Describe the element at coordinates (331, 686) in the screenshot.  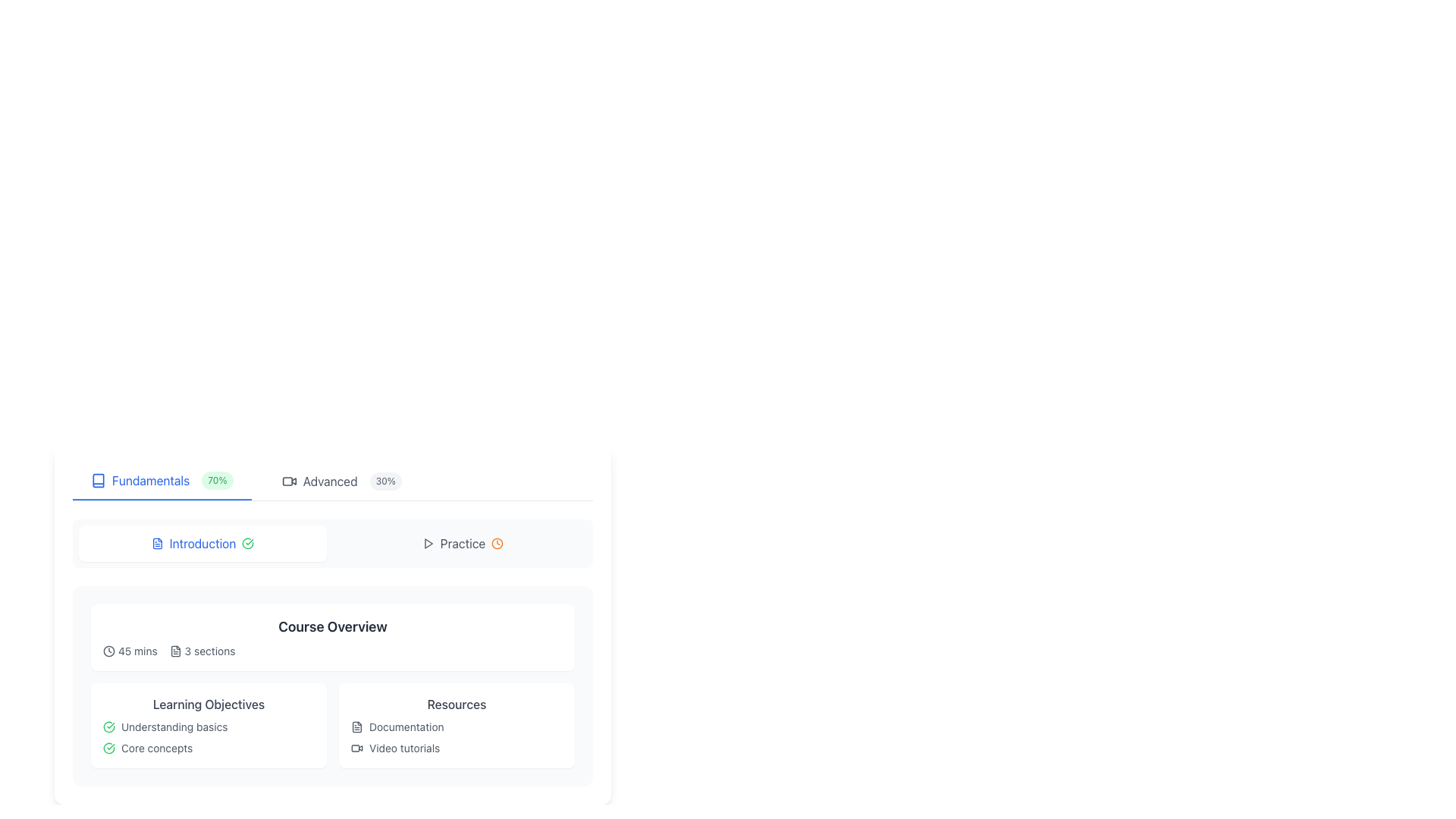
I see `the content section titled 'Course Overview', which includes two columns: 'Learning Objectives' with green check icons and 'Resources' with respective icons, located in the lower middle of the interface` at that location.